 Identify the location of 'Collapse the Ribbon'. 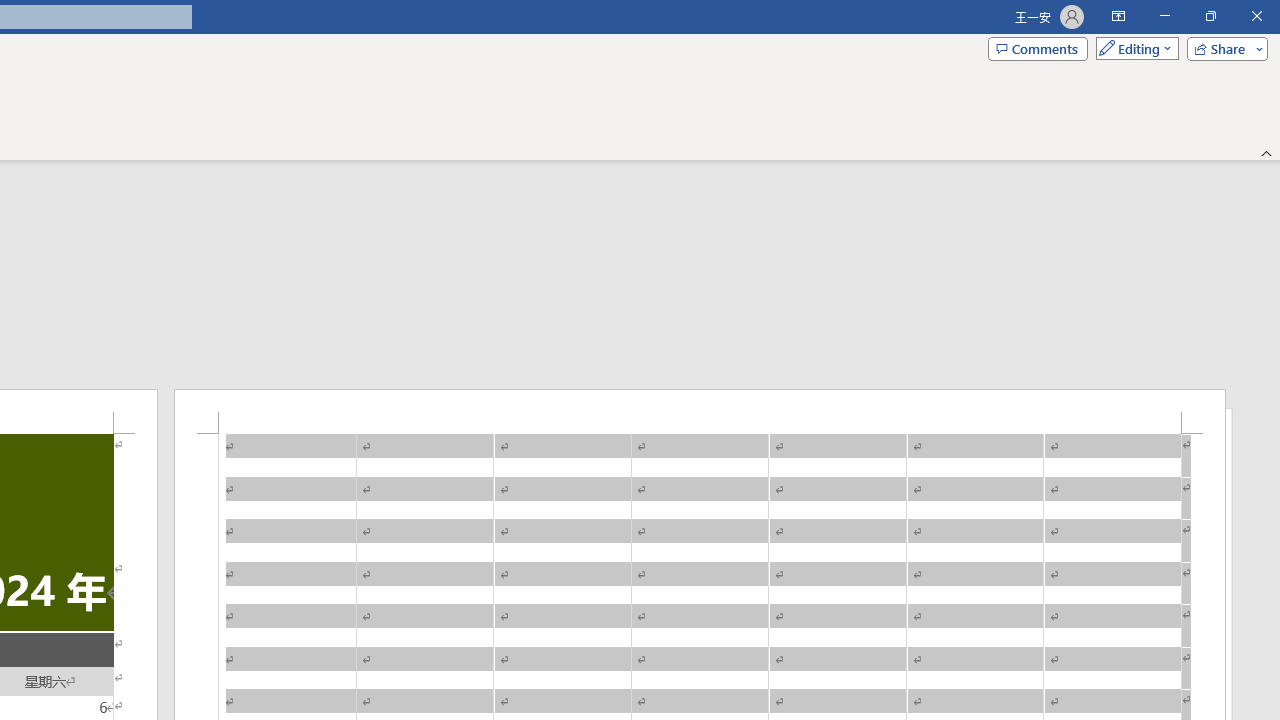
(1266, 152).